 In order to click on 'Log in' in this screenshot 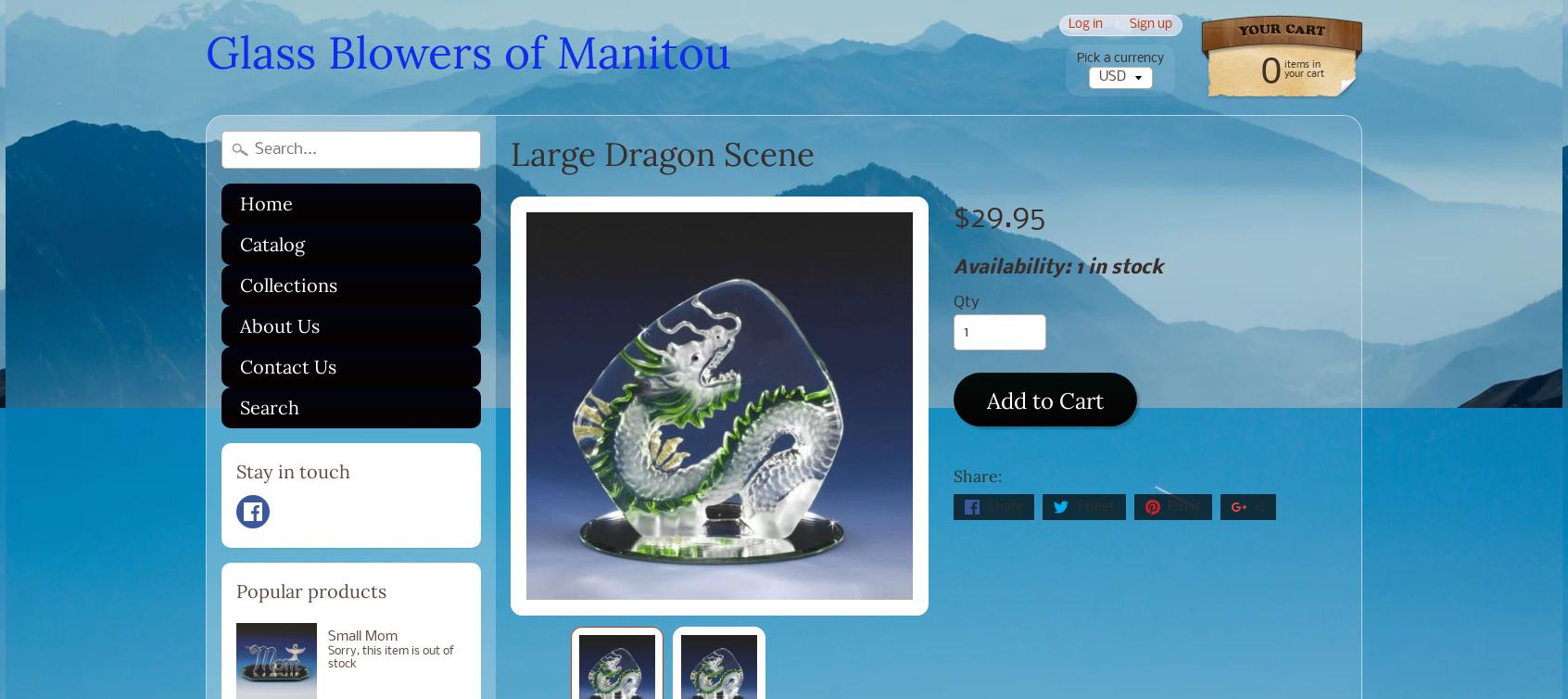, I will do `click(1084, 24)`.